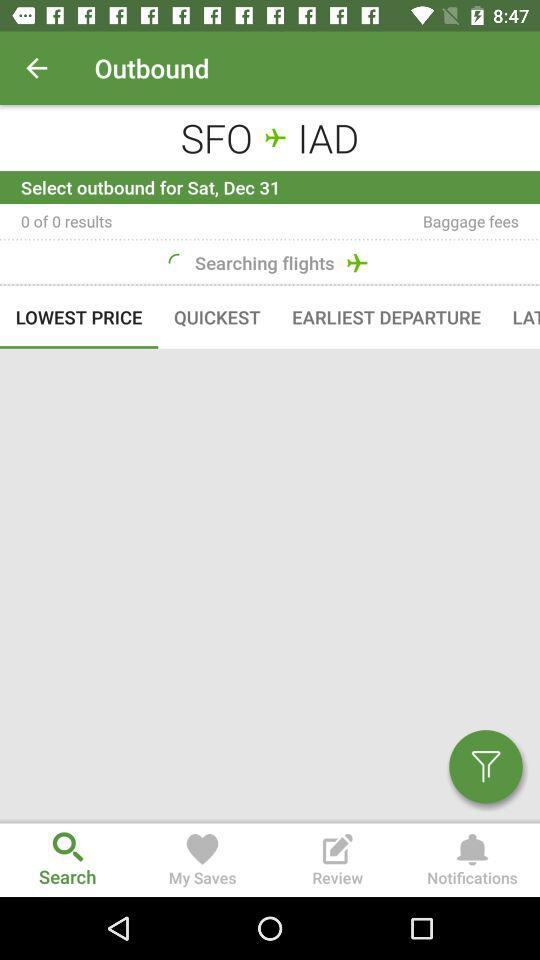 The image size is (540, 960). Describe the element at coordinates (270, 135) in the screenshot. I see `text below text outbound` at that location.